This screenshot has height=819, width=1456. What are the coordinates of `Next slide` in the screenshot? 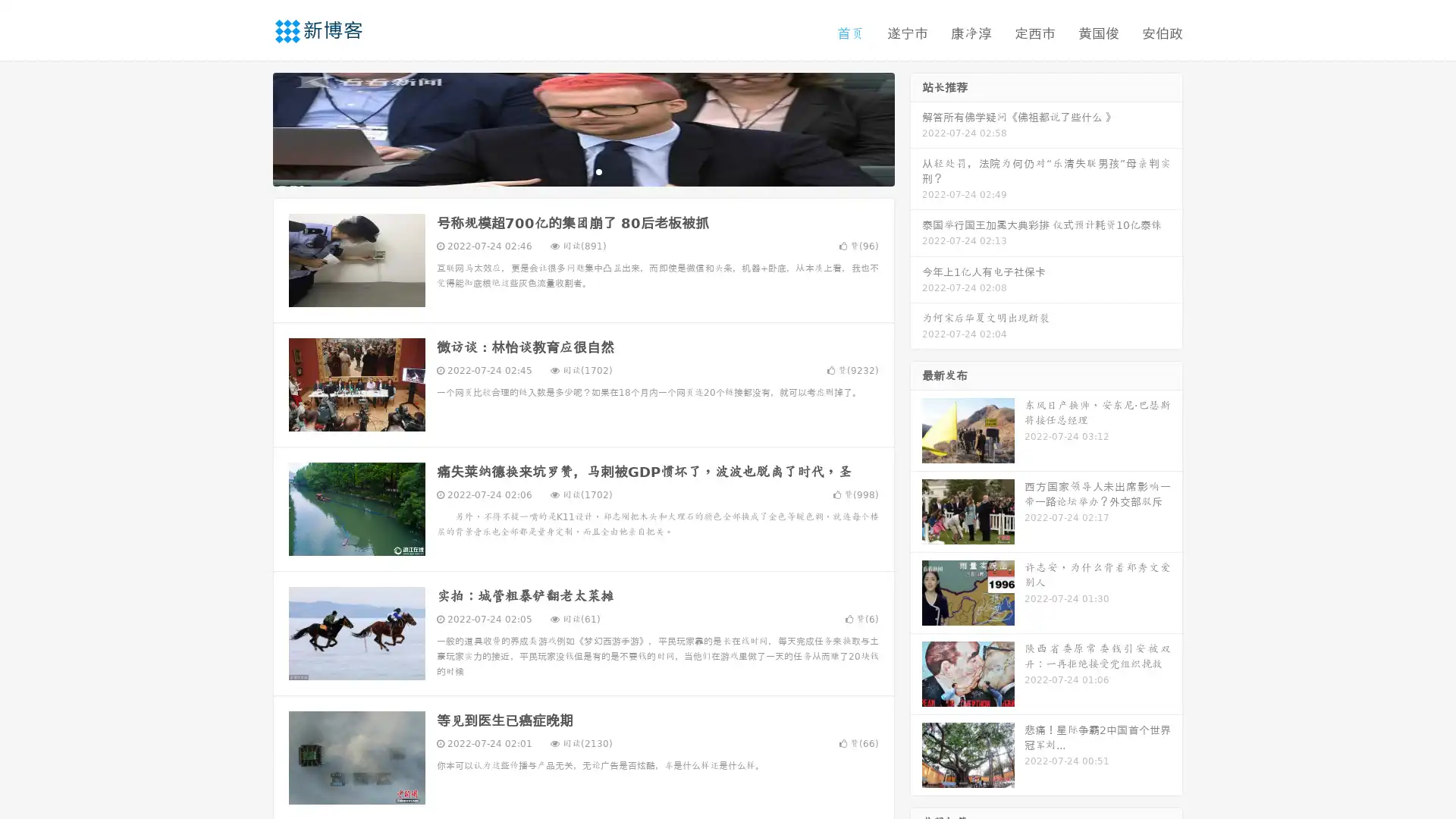 It's located at (916, 127).